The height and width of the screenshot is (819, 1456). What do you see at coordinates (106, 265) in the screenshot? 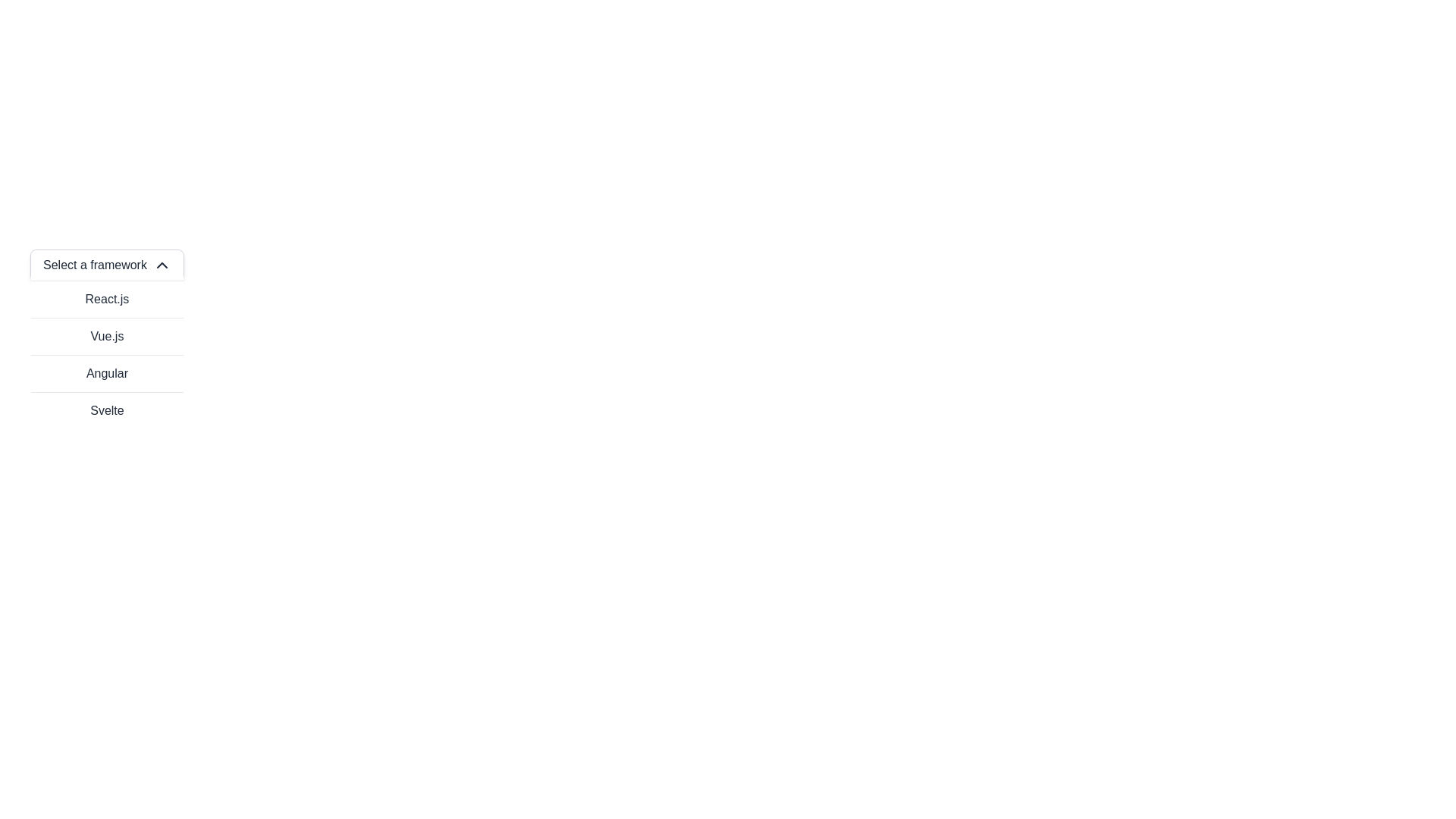
I see `the Dropdown Menu Trigger, which is a white rectangular box with the text 'Select a framework' and an upward-pointing chevron icon` at bounding box center [106, 265].